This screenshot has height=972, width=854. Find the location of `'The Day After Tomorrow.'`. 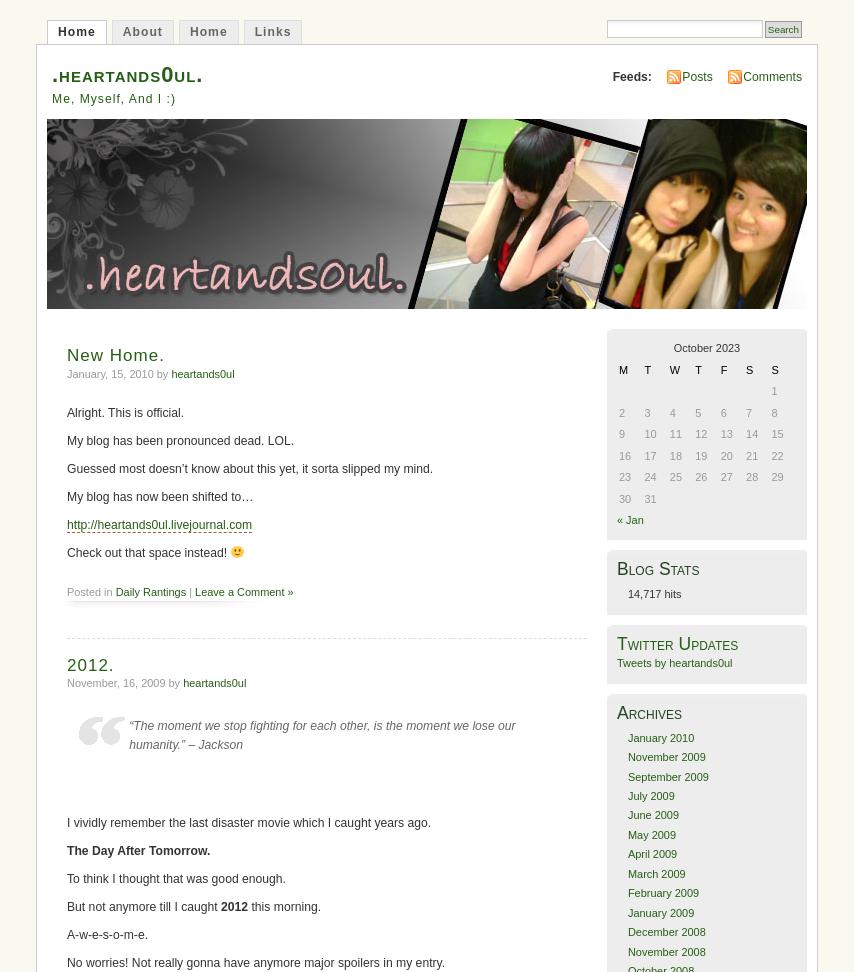

'The Day After Tomorrow.' is located at coordinates (66, 849).